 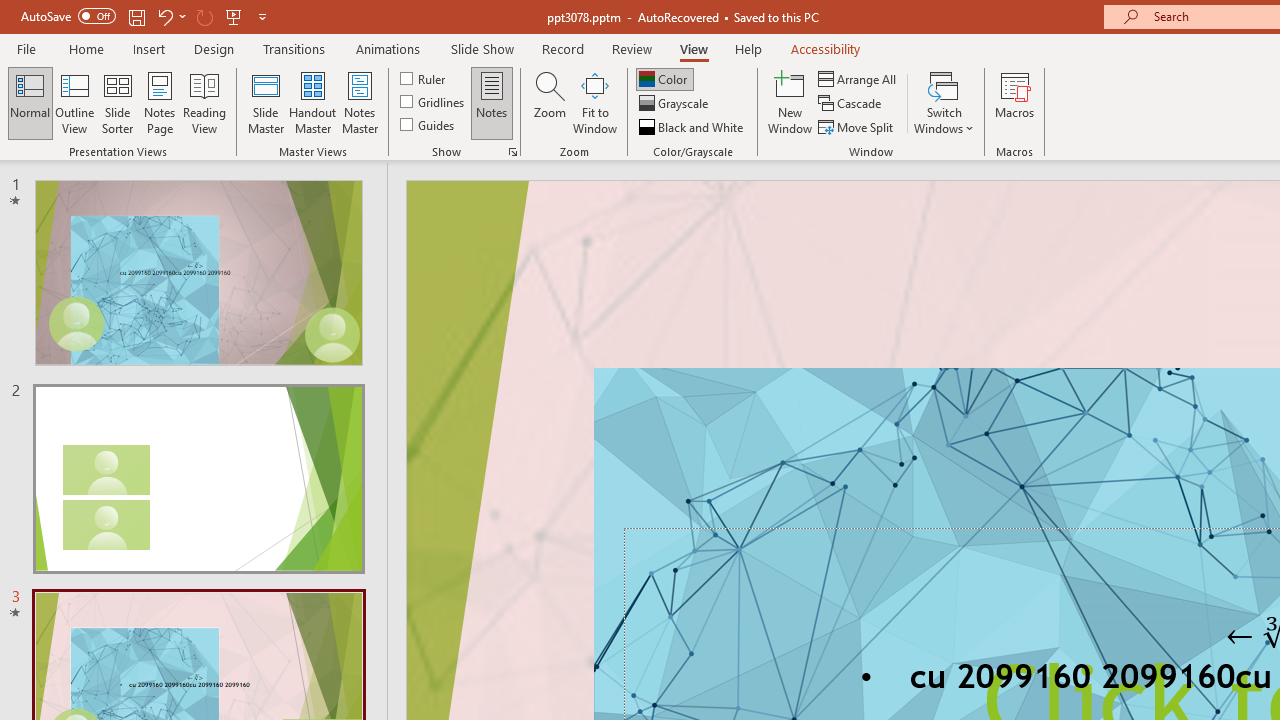 What do you see at coordinates (789, 103) in the screenshot?
I see `'New Window'` at bounding box center [789, 103].